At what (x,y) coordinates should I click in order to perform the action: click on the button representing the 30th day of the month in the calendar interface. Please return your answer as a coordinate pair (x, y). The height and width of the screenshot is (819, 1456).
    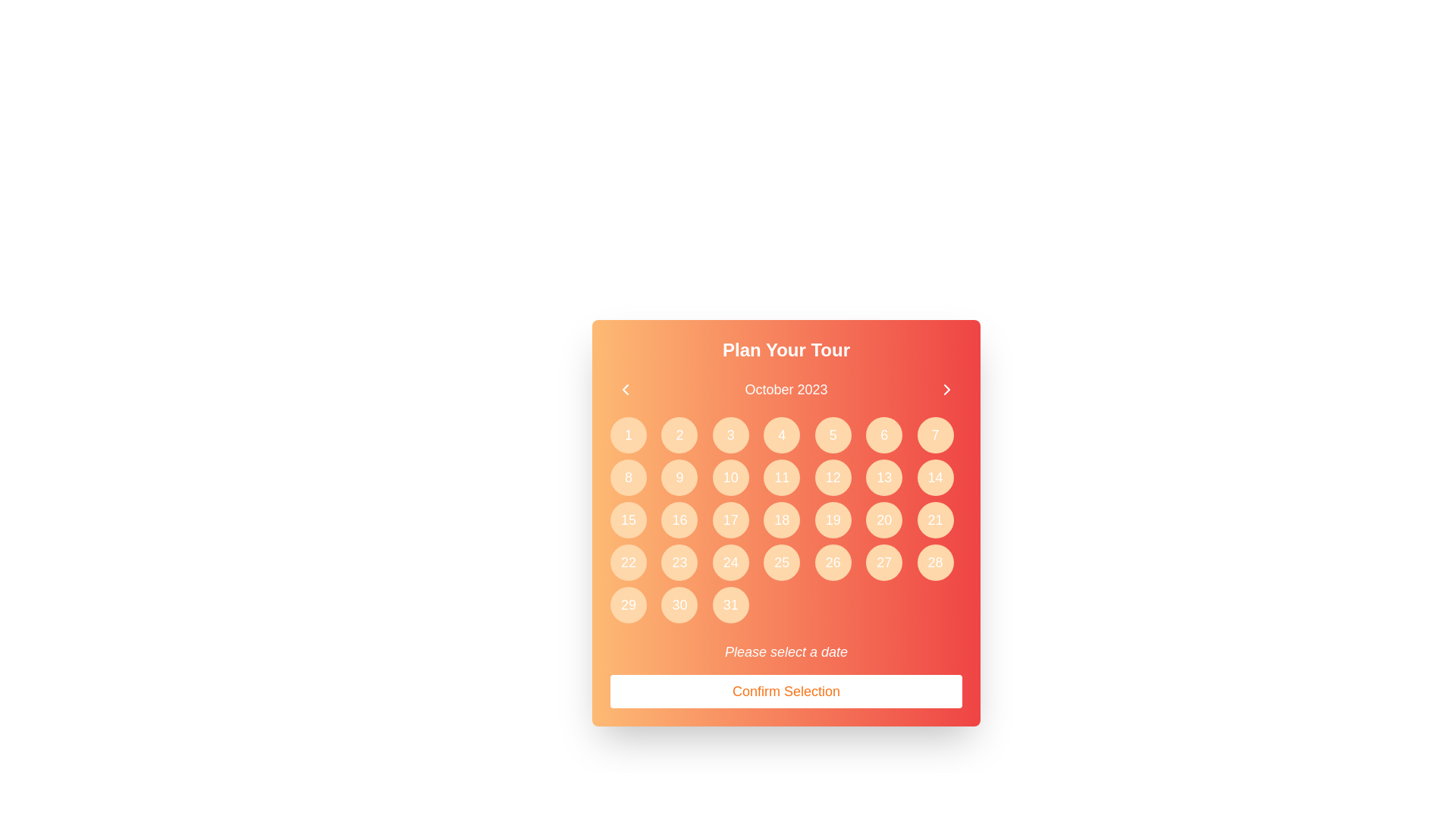
    Looking at the image, I should click on (679, 604).